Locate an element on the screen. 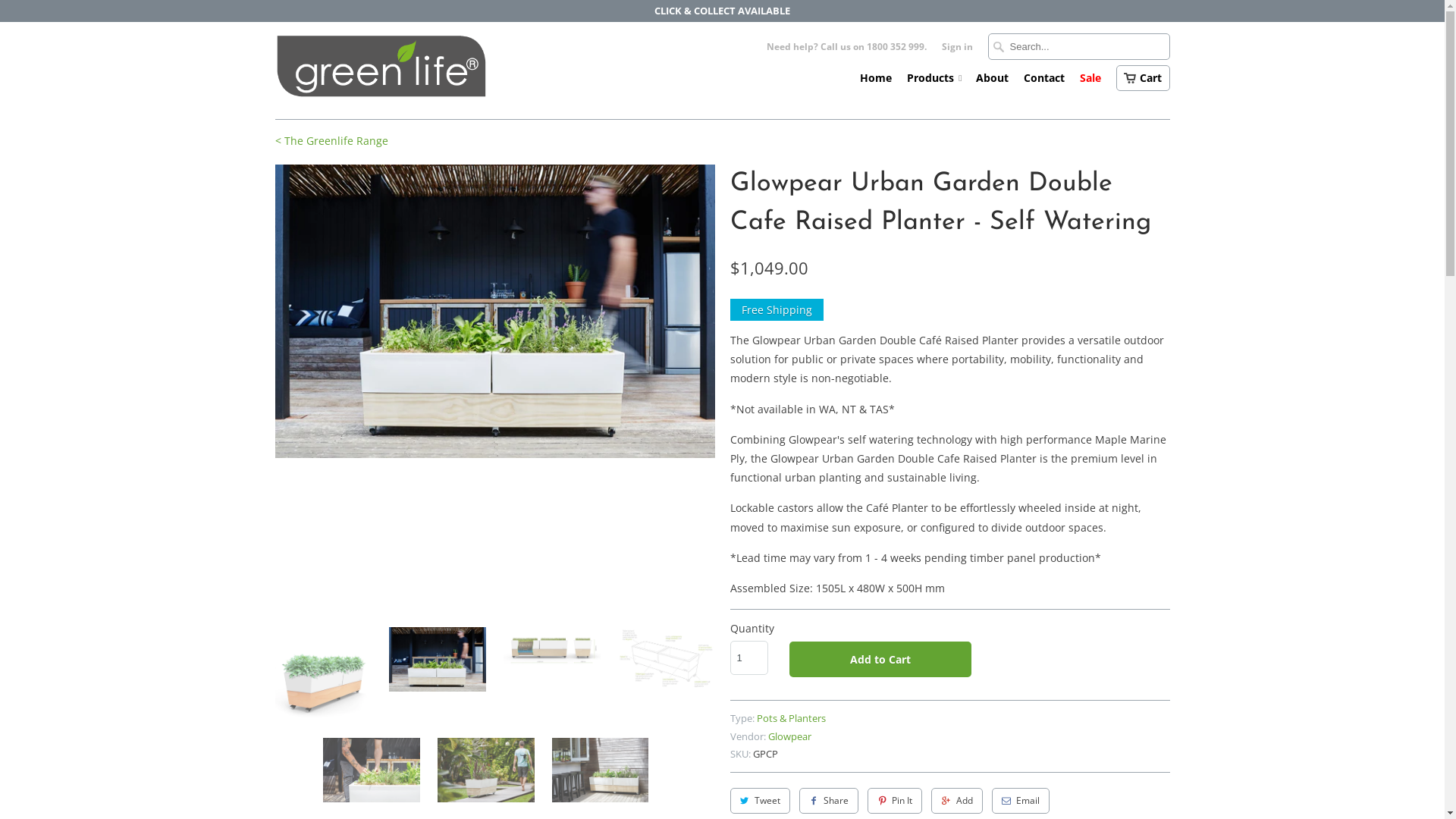  'CLICK & COLLECT AVAILABLE' is located at coordinates (721, 11).